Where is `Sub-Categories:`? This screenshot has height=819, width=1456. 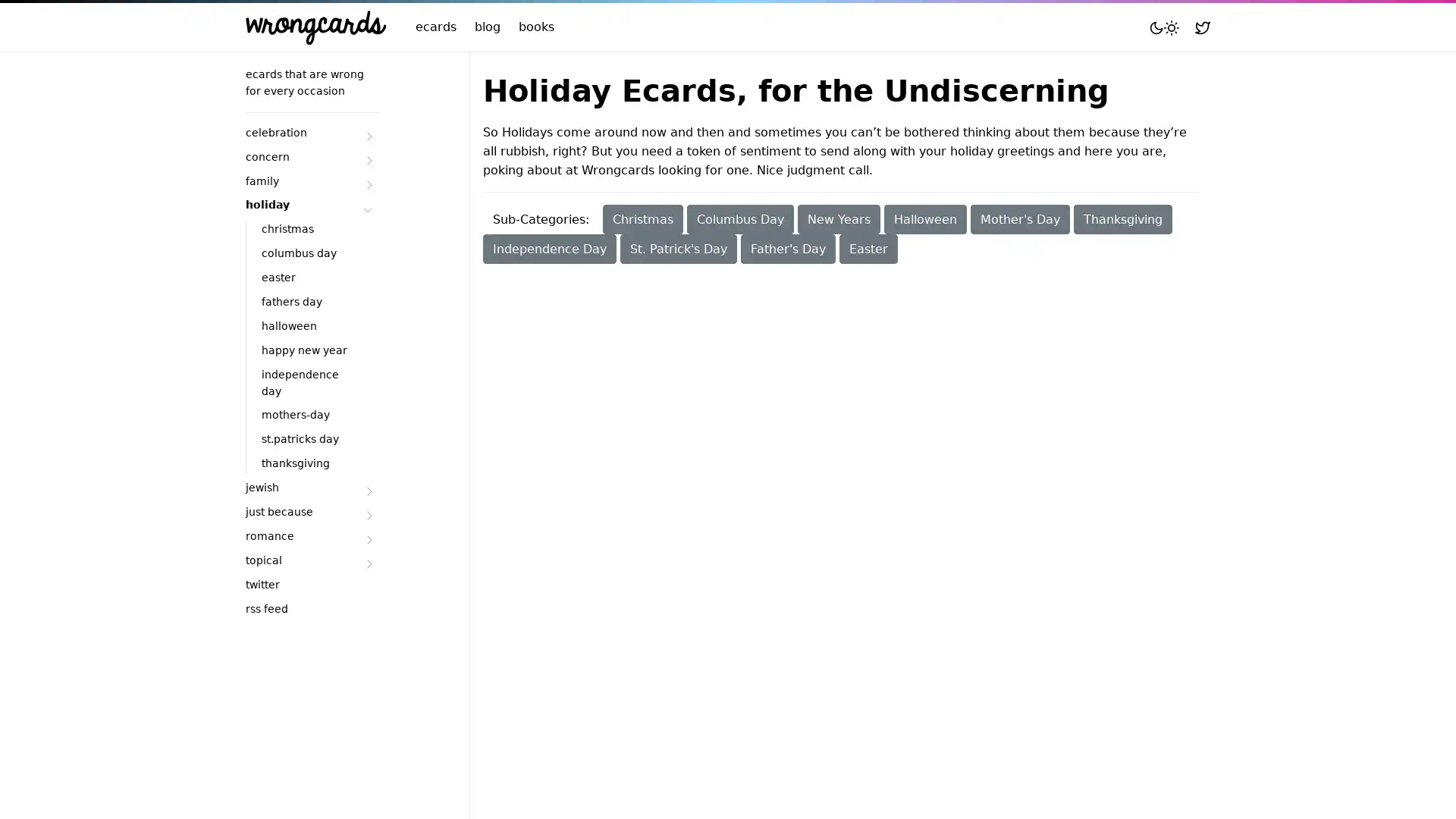
Sub-Categories: is located at coordinates (541, 219).